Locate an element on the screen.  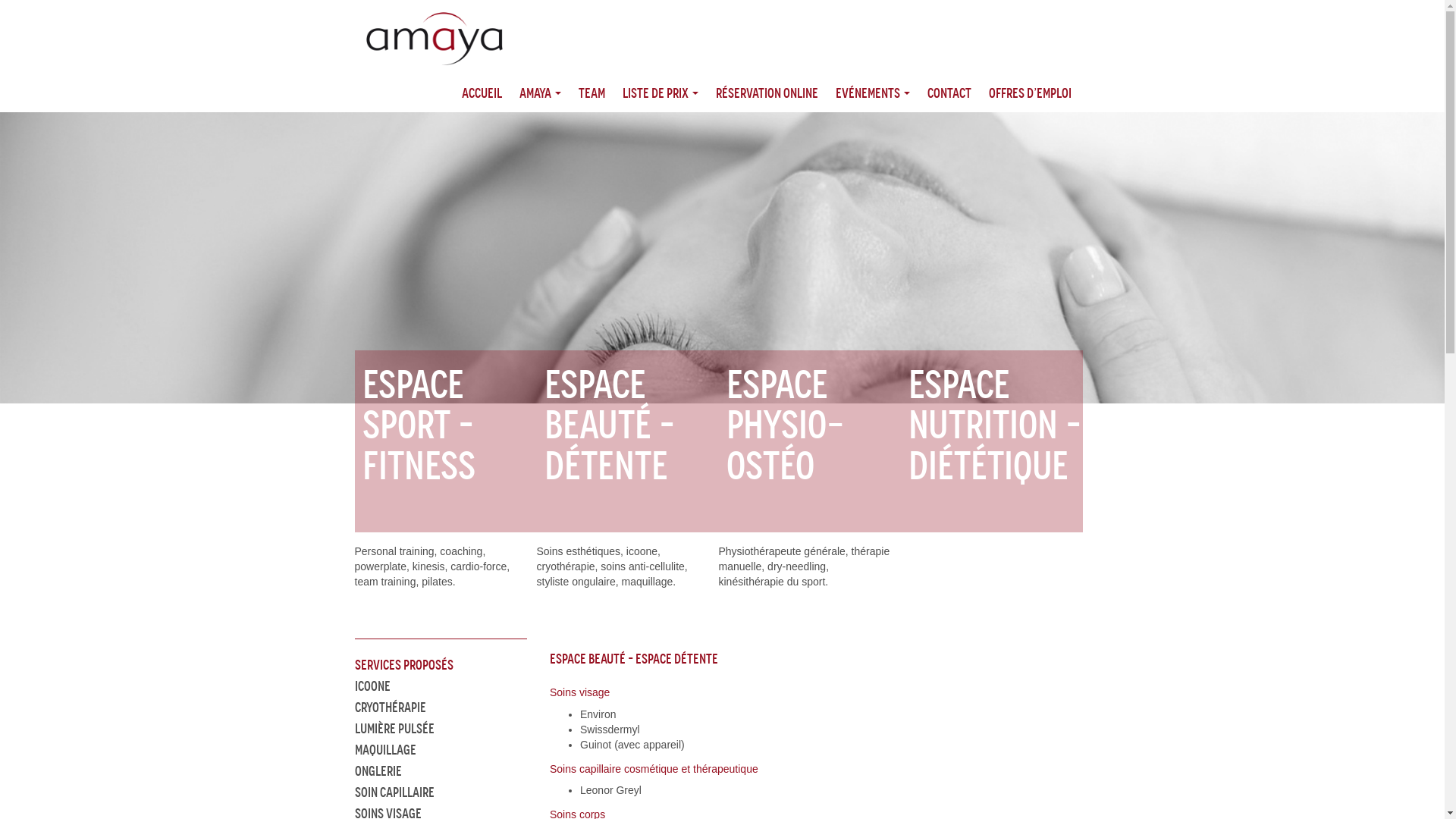
'ACCUEIL' is located at coordinates (480, 93).